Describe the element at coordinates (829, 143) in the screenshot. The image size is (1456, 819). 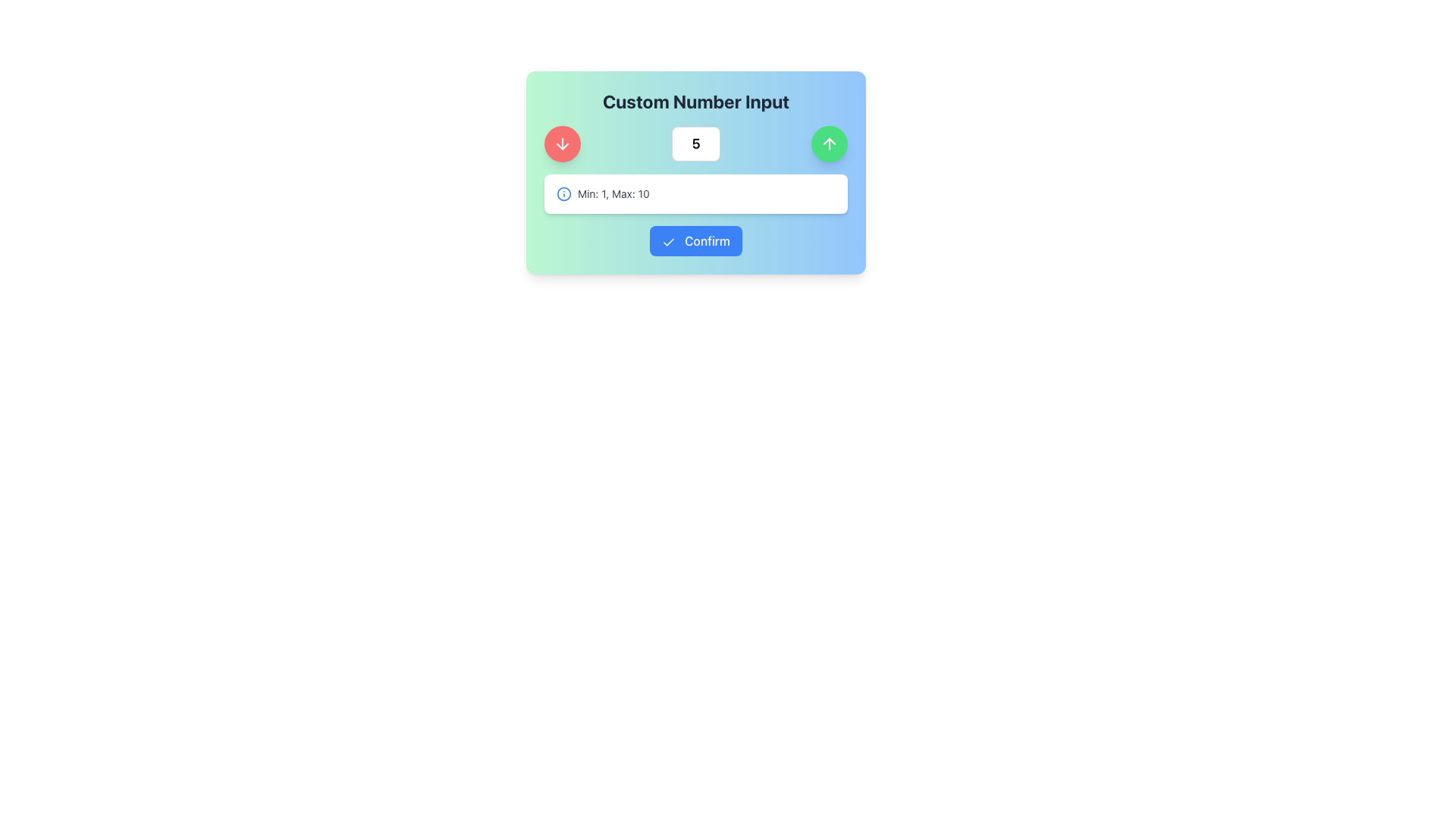
I see `the upwards arrow icon embedded within the circular green button` at that location.